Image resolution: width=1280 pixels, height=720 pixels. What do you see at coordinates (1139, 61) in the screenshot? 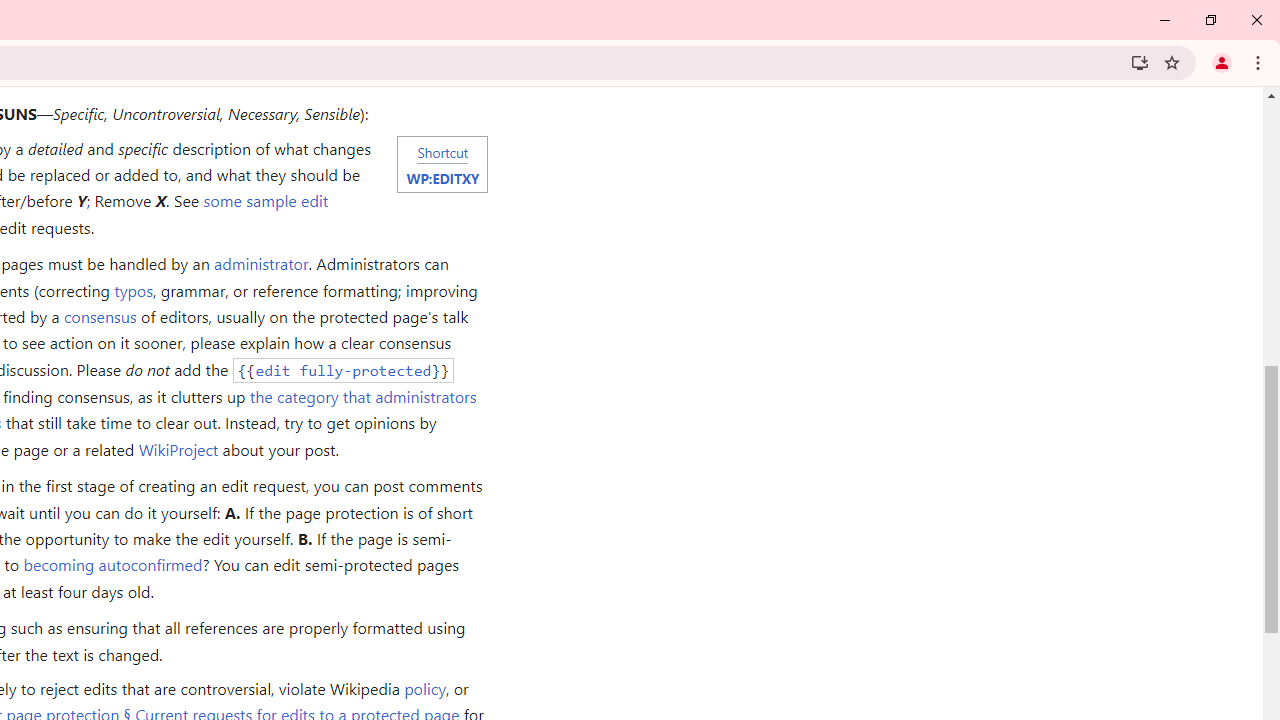
I see `'Install Wikipedia'` at bounding box center [1139, 61].